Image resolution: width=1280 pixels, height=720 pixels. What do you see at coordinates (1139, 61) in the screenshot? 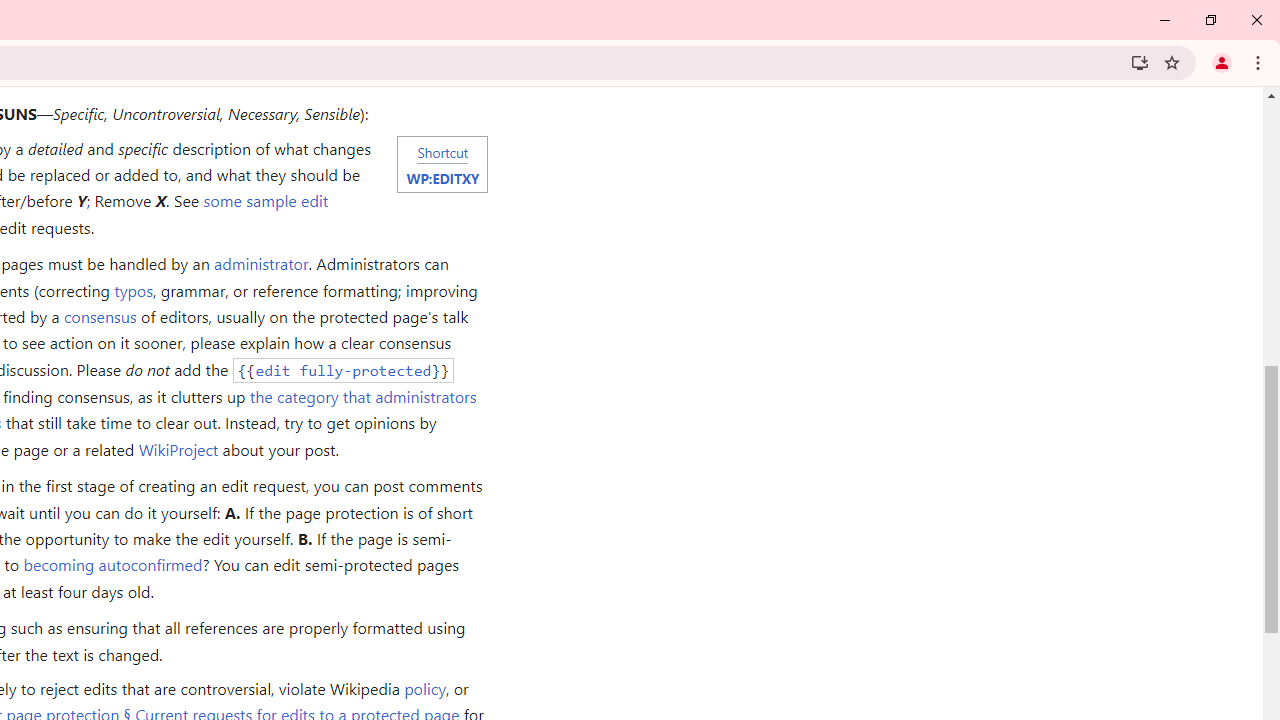
I see `'Install Wikipedia'` at bounding box center [1139, 61].